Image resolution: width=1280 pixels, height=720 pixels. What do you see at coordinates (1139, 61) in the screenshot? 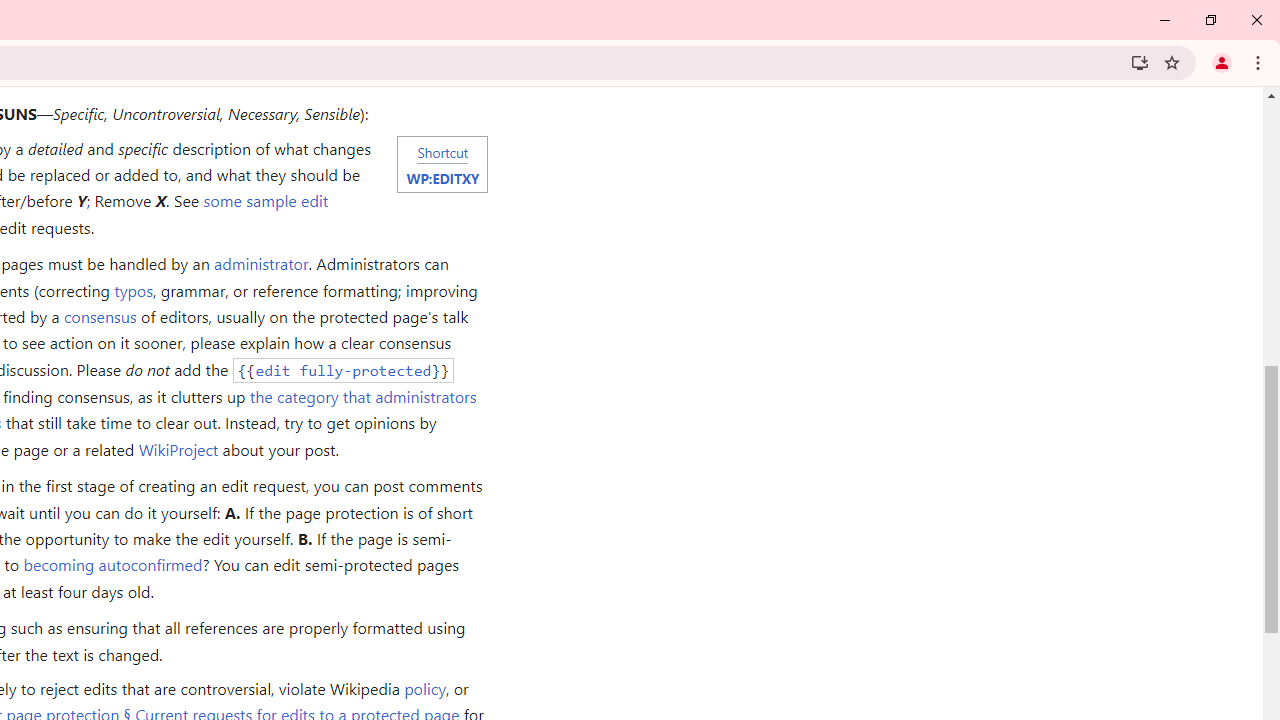
I see `'Install Wikipedia'` at bounding box center [1139, 61].